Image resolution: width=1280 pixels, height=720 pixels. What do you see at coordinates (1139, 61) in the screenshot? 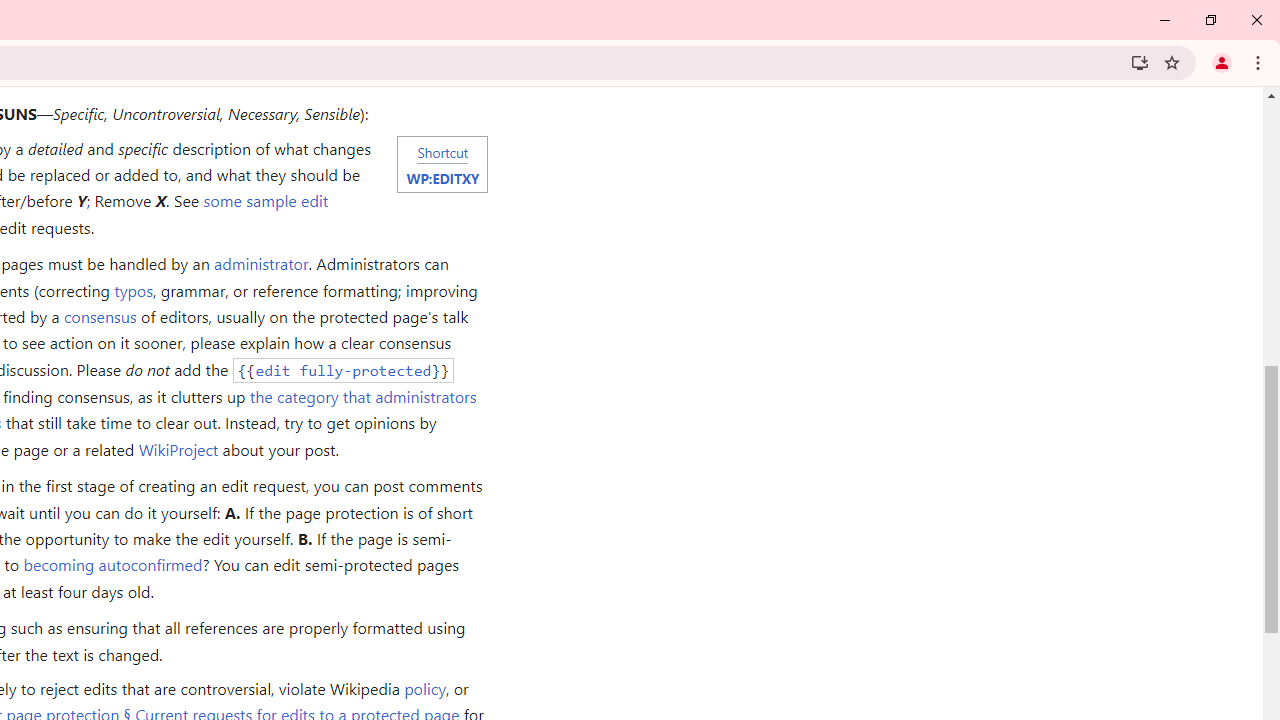
I see `'Install Wikipedia'` at bounding box center [1139, 61].